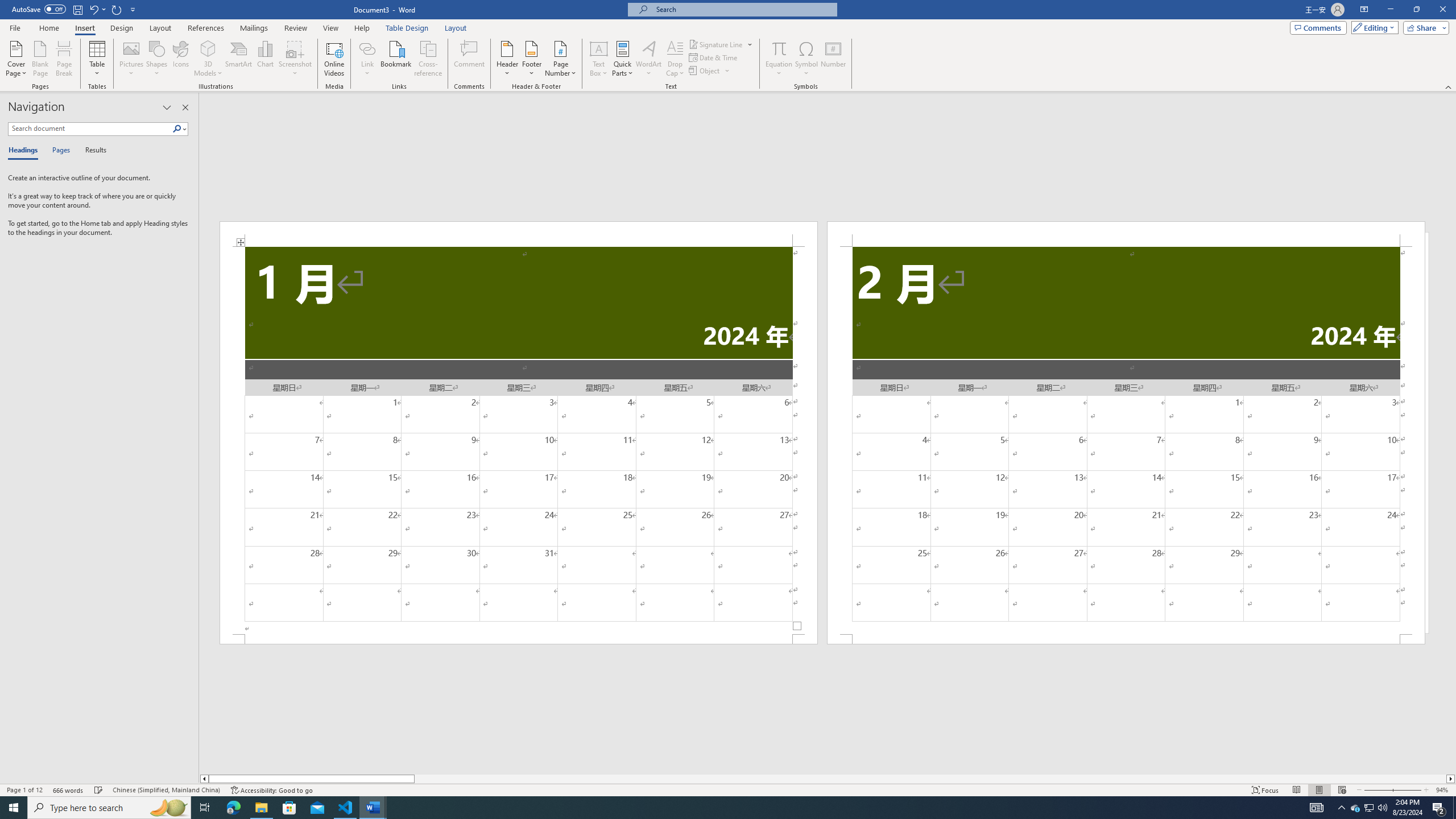 The height and width of the screenshot is (819, 1456). What do you see at coordinates (179, 128) in the screenshot?
I see `'Search'` at bounding box center [179, 128].